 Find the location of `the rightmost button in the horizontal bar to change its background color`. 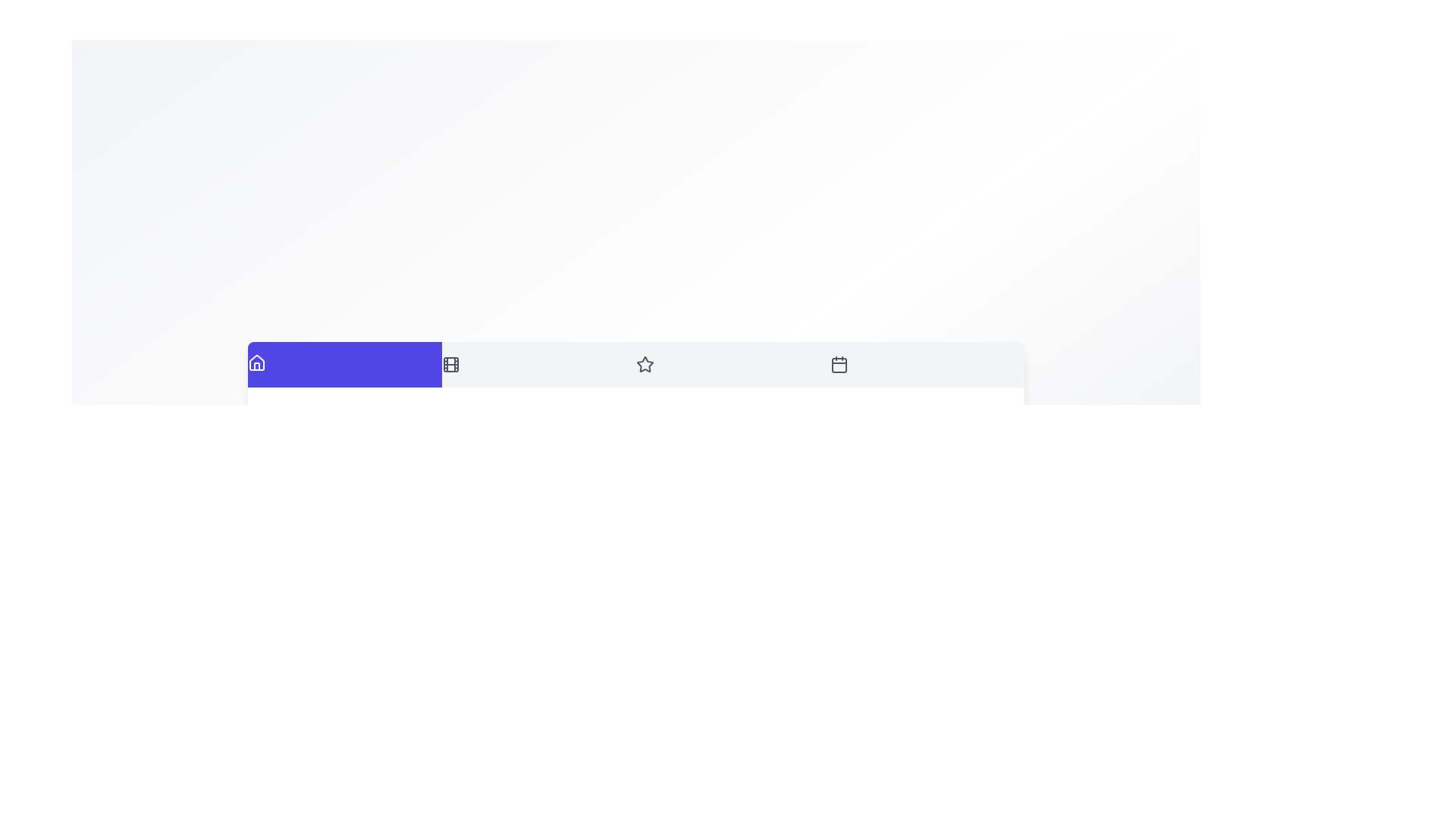

the rightmost button in the horizontal bar to change its background color is located at coordinates (927, 364).